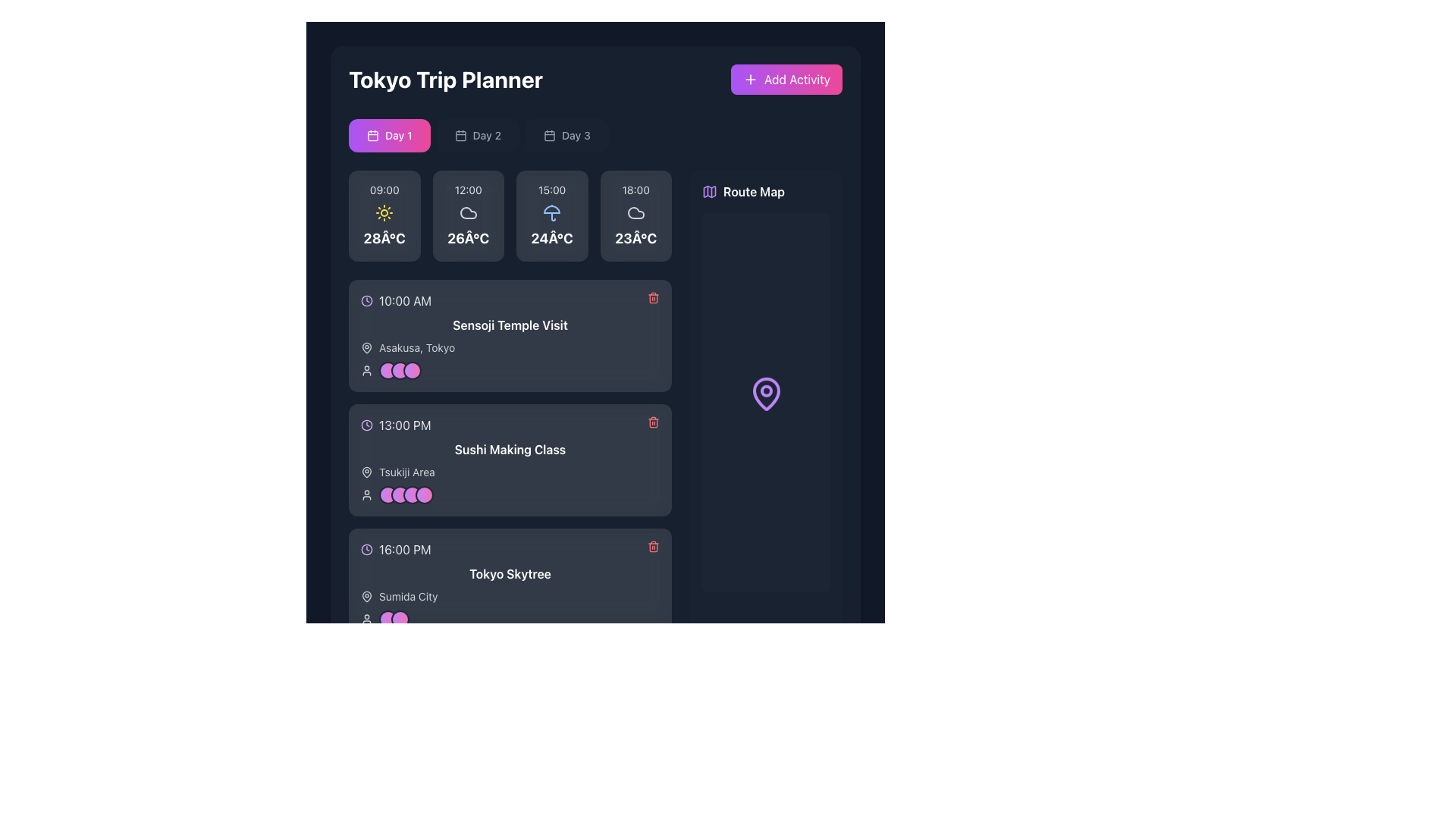 Image resolution: width=1456 pixels, height=819 pixels. What do you see at coordinates (367, 595) in the screenshot?
I see `the location icon symbolizing 'Sumida City', which enhances the textual information next to it` at bounding box center [367, 595].